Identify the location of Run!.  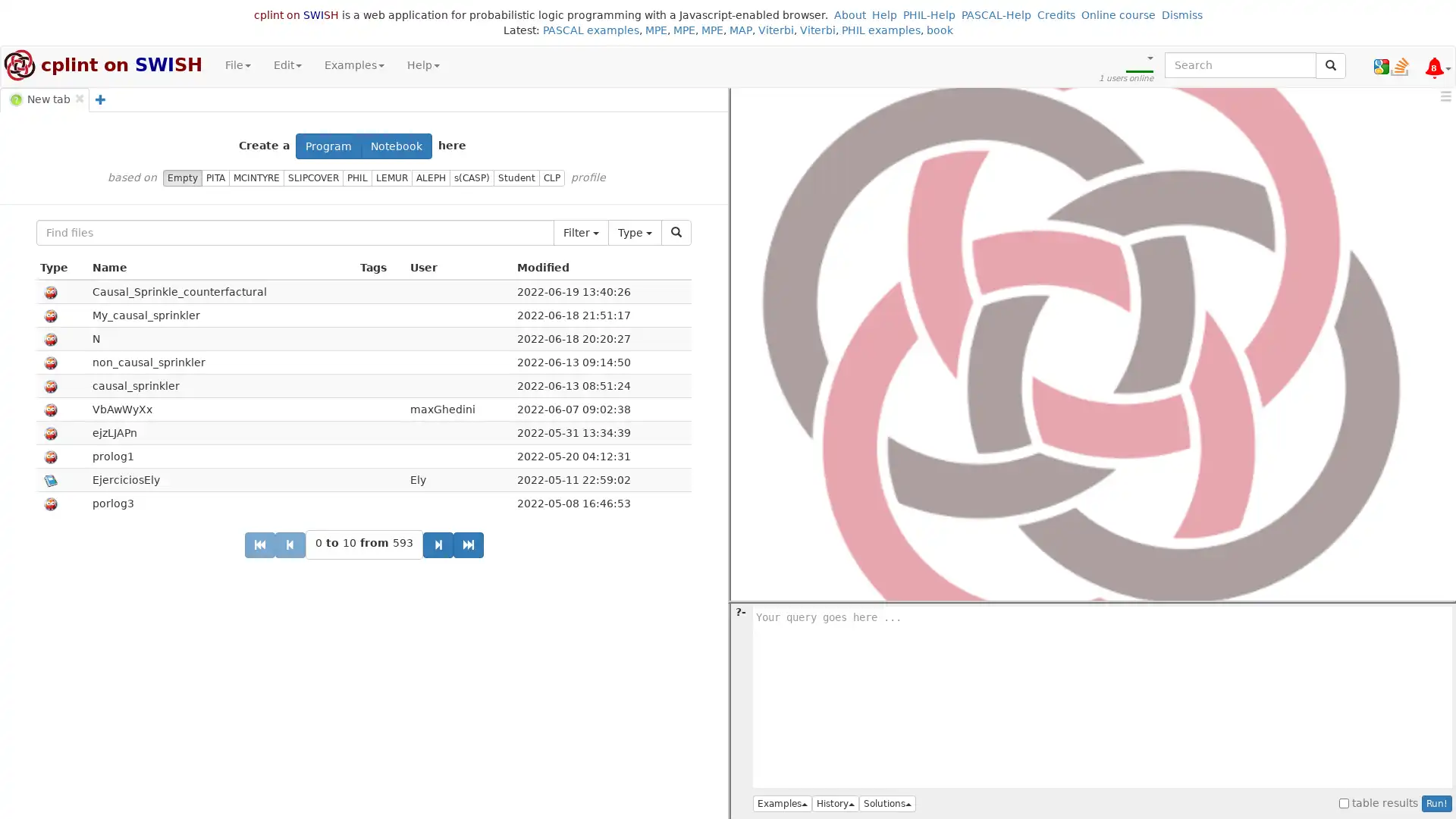
(1436, 803).